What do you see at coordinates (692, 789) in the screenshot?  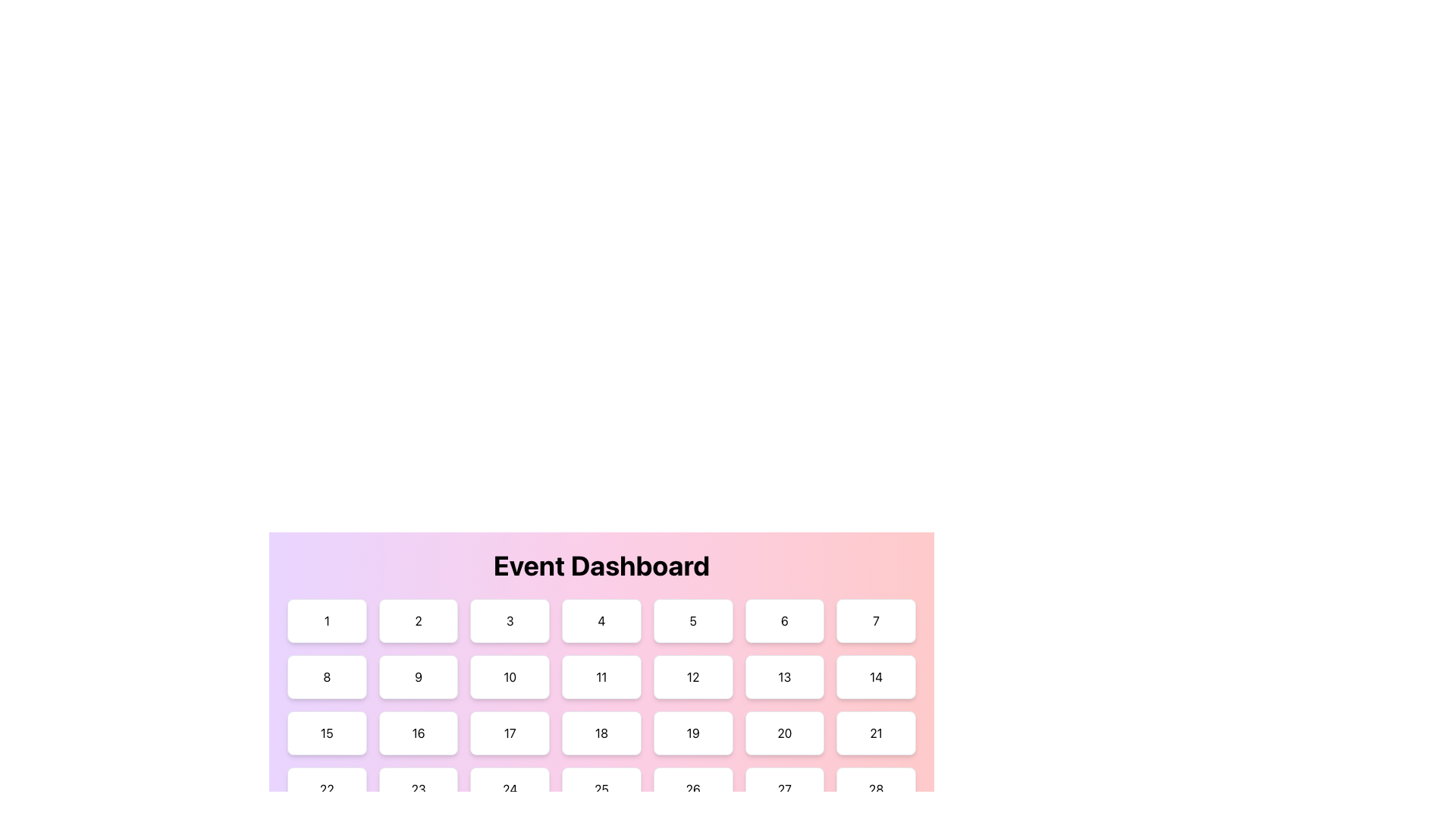 I see `the square-shaped button labeled '26' with a rounded border and white background, located` at bounding box center [692, 789].